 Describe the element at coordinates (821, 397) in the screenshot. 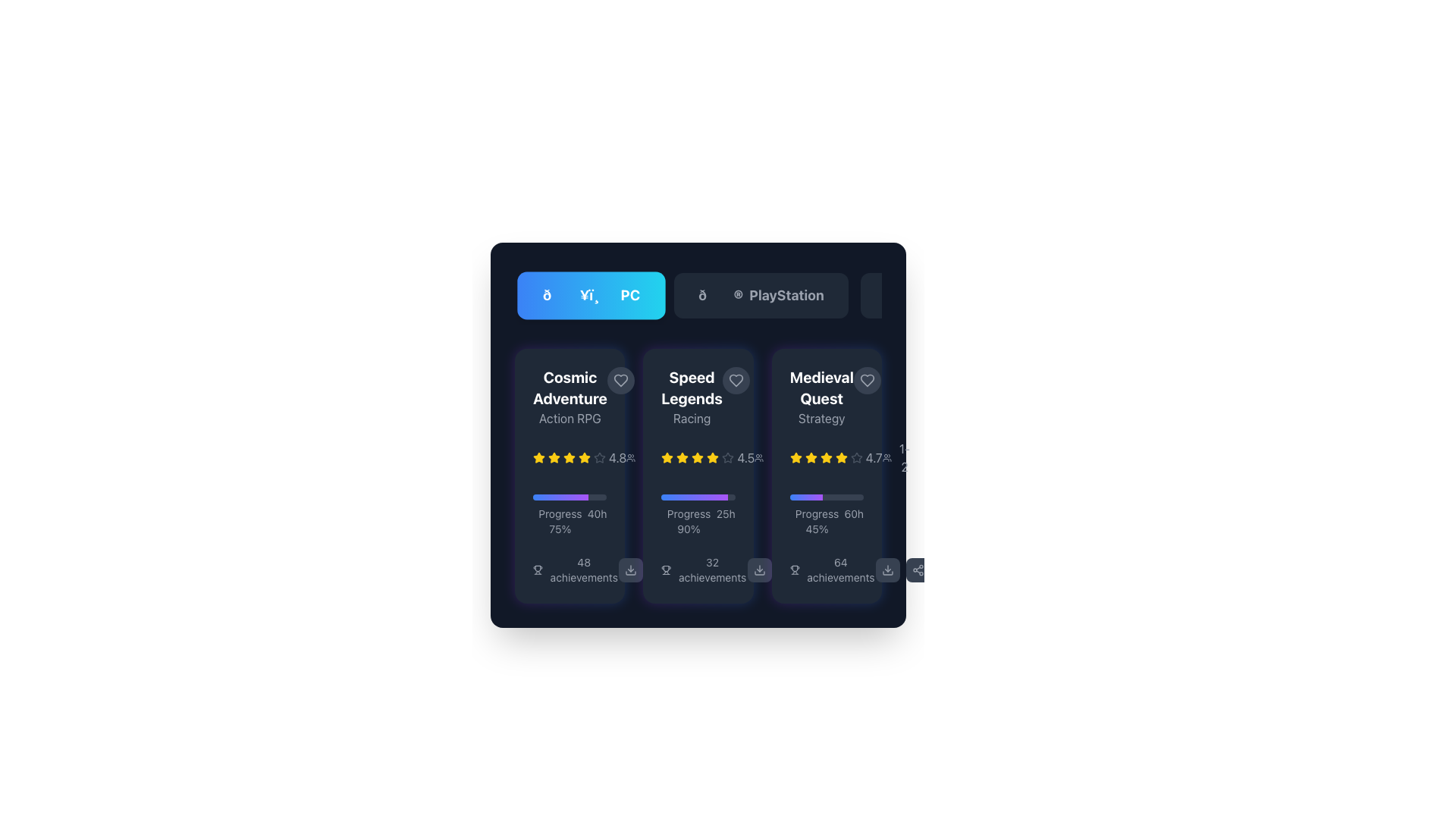

I see `the Text label group containing 'Medieval Quest' and 'Strategy', which is displayed in bold white and smaller gray font respectively, located in the upper portion of the third column of a card arrangement` at that location.